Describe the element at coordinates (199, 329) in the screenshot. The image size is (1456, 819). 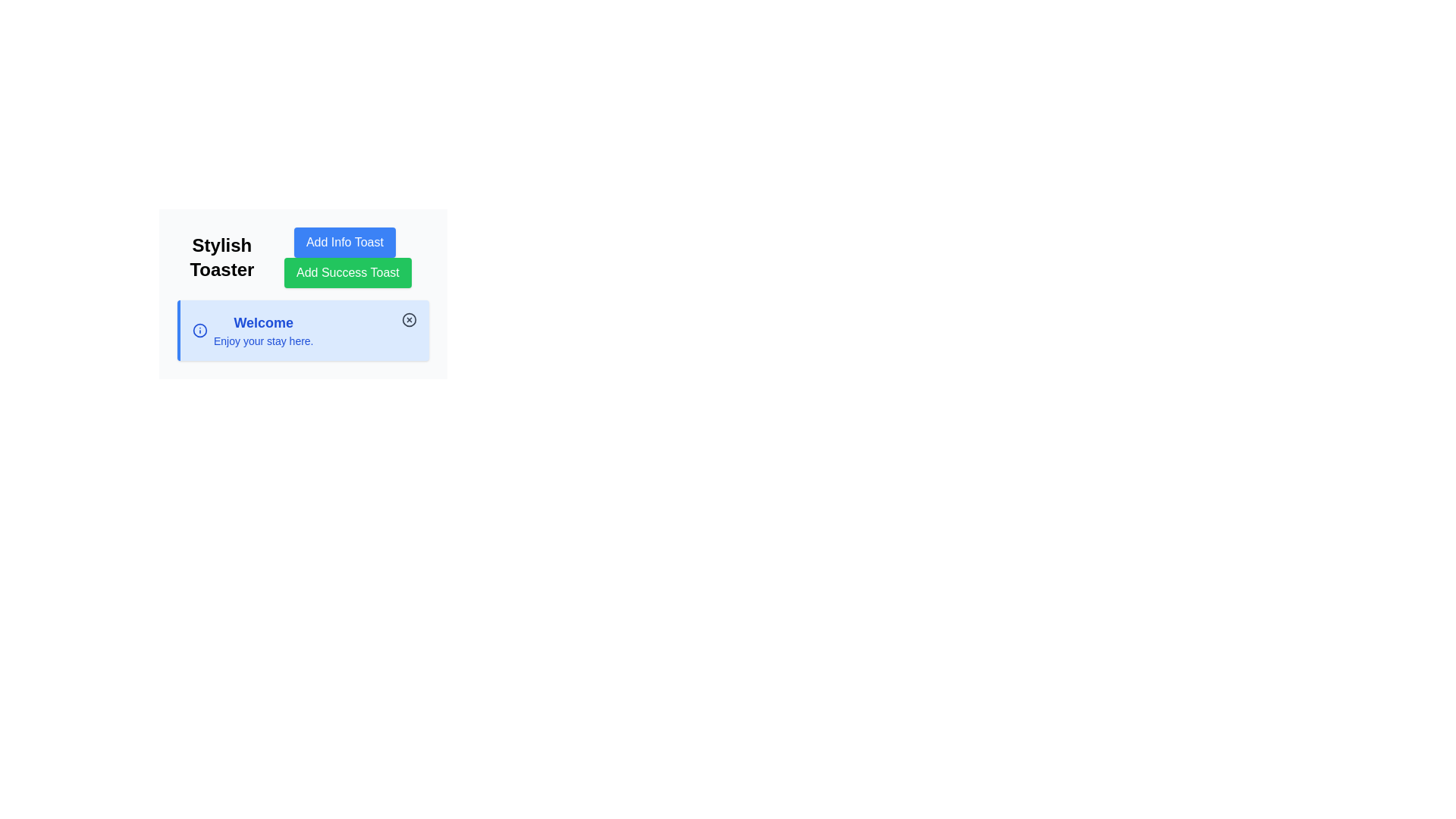
I see `the informational icon located to the left of the text 'Welcome Enjoy your stay here' in the horizontal notification block` at that location.